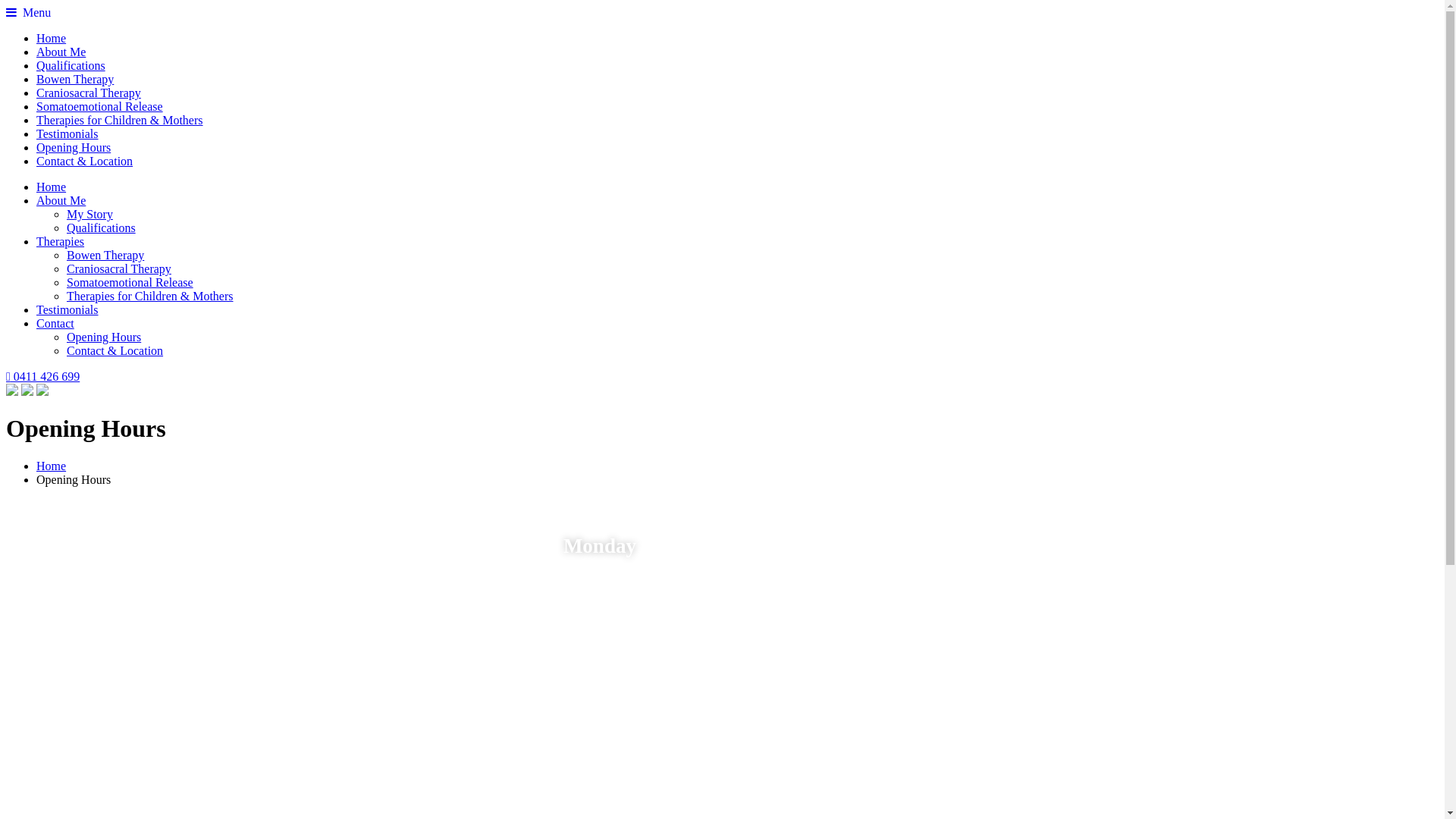 This screenshot has width=1456, height=819. Describe the element at coordinates (6, 375) in the screenshot. I see `'0411 426 699'` at that location.